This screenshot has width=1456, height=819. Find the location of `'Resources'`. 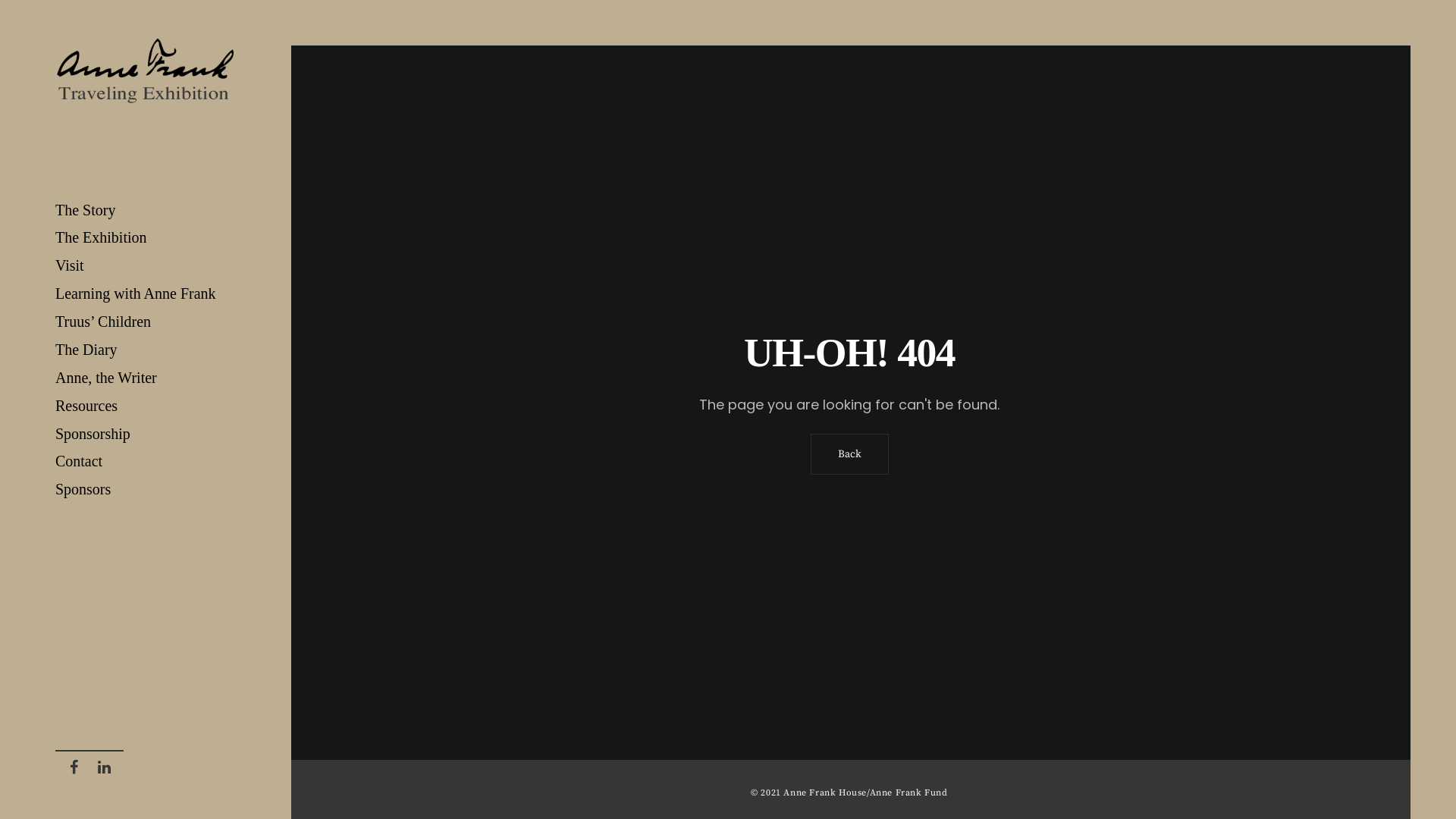

'Resources' is located at coordinates (146, 405).